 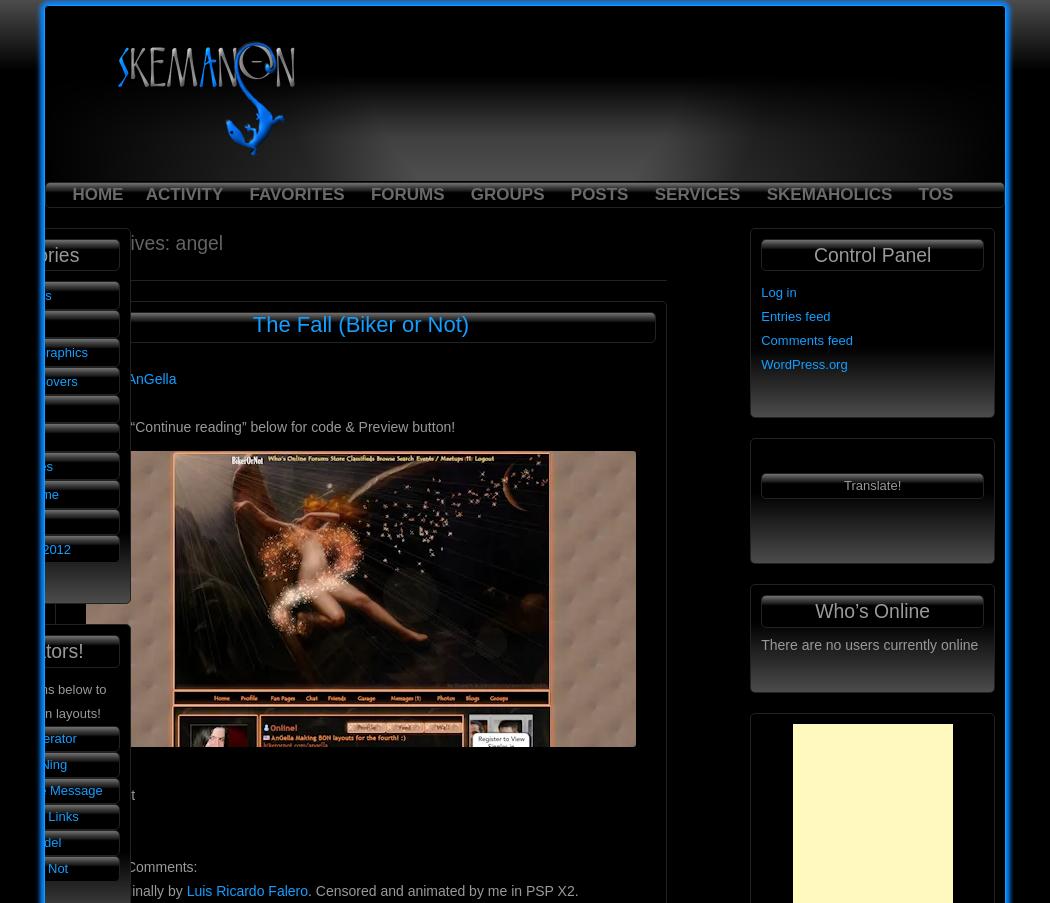 What do you see at coordinates (871, 485) in the screenshot?
I see `'Translate!'` at bounding box center [871, 485].